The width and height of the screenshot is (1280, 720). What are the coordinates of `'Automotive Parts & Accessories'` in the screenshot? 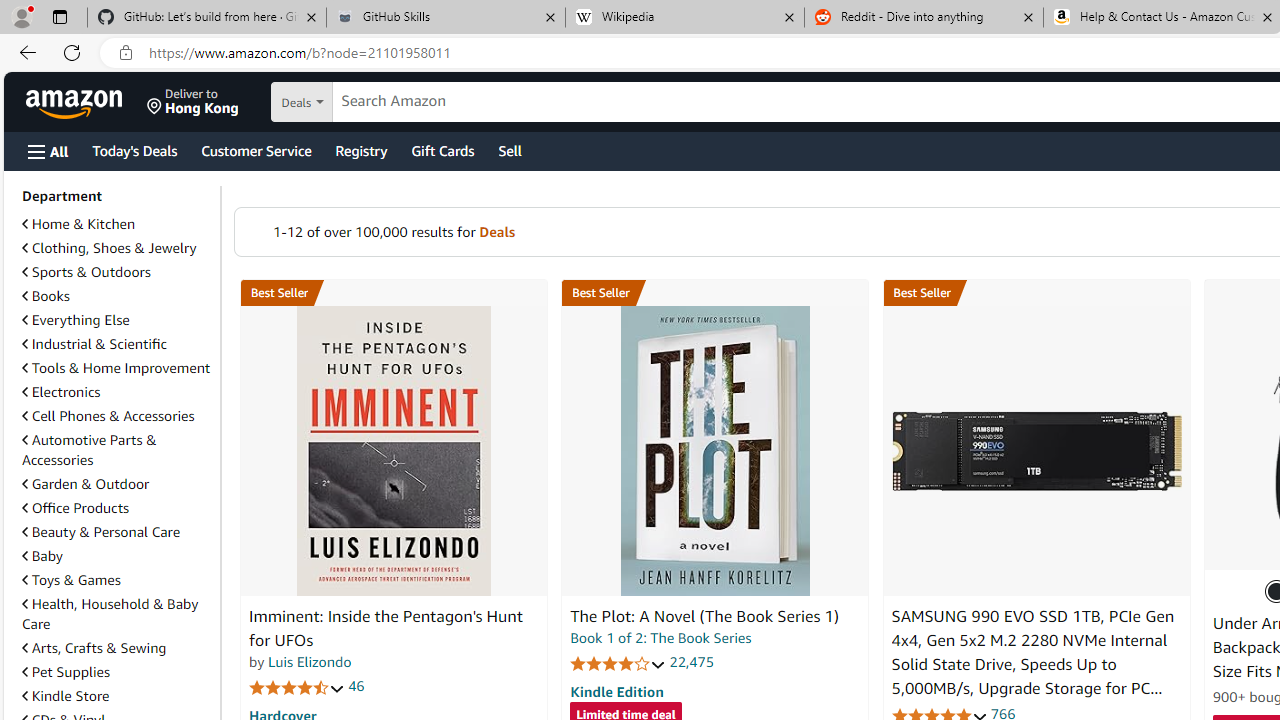 It's located at (116, 450).